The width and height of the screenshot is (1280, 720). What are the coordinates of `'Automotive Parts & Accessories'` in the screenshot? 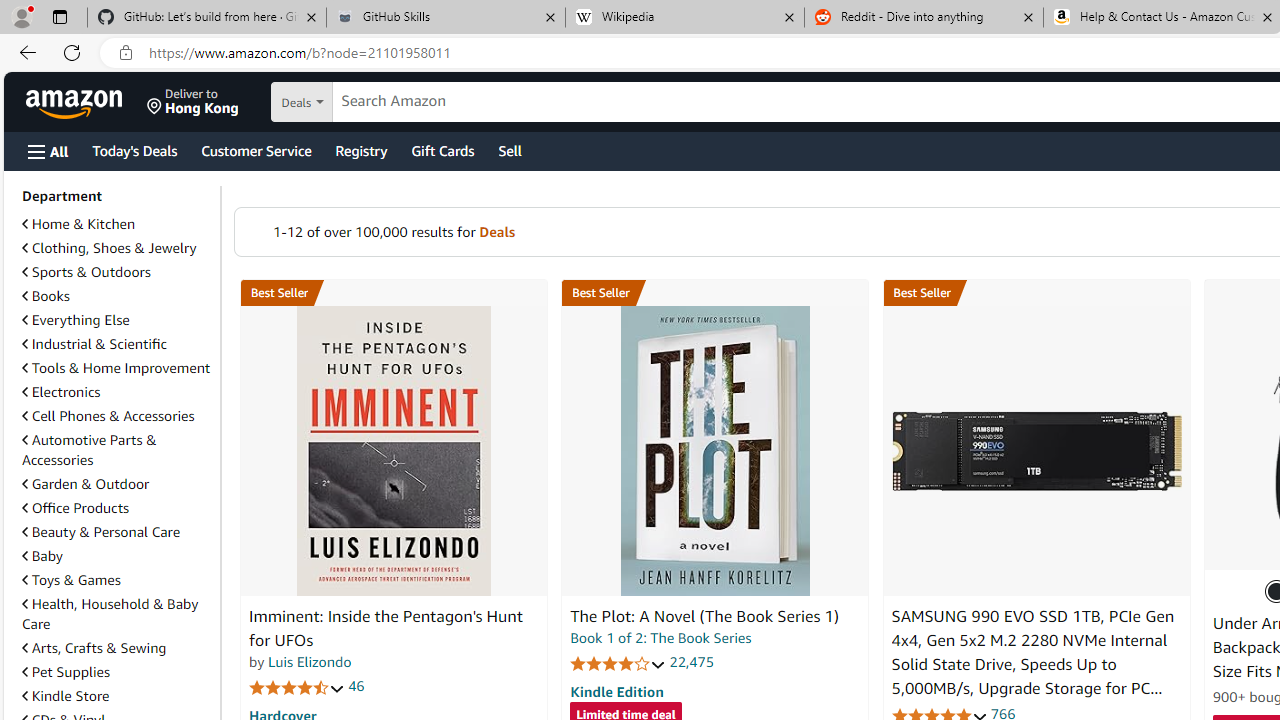 It's located at (116, 450).